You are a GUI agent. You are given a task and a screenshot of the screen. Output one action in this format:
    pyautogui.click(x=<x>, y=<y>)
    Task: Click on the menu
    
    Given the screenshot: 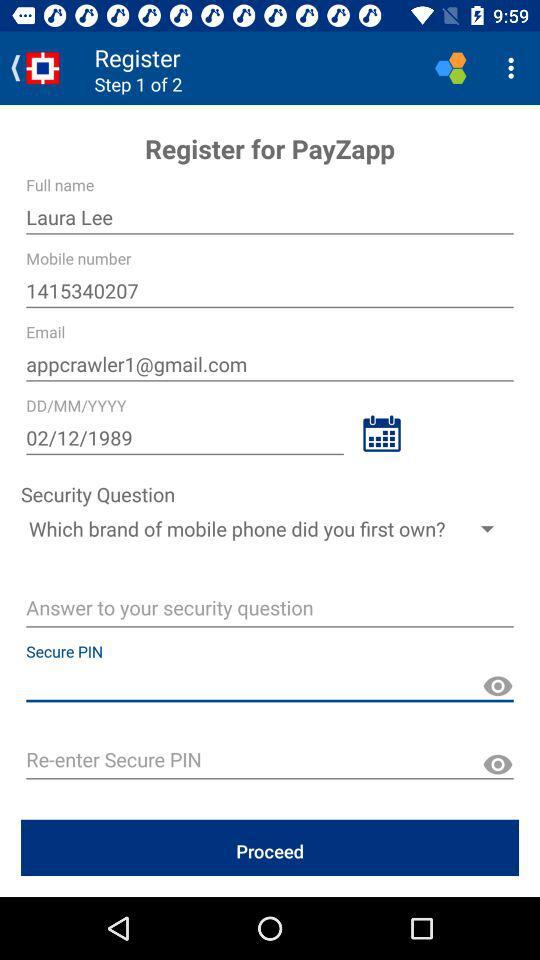 What is the action you would take?
    pyautogui.click(x=514, y=68)
    